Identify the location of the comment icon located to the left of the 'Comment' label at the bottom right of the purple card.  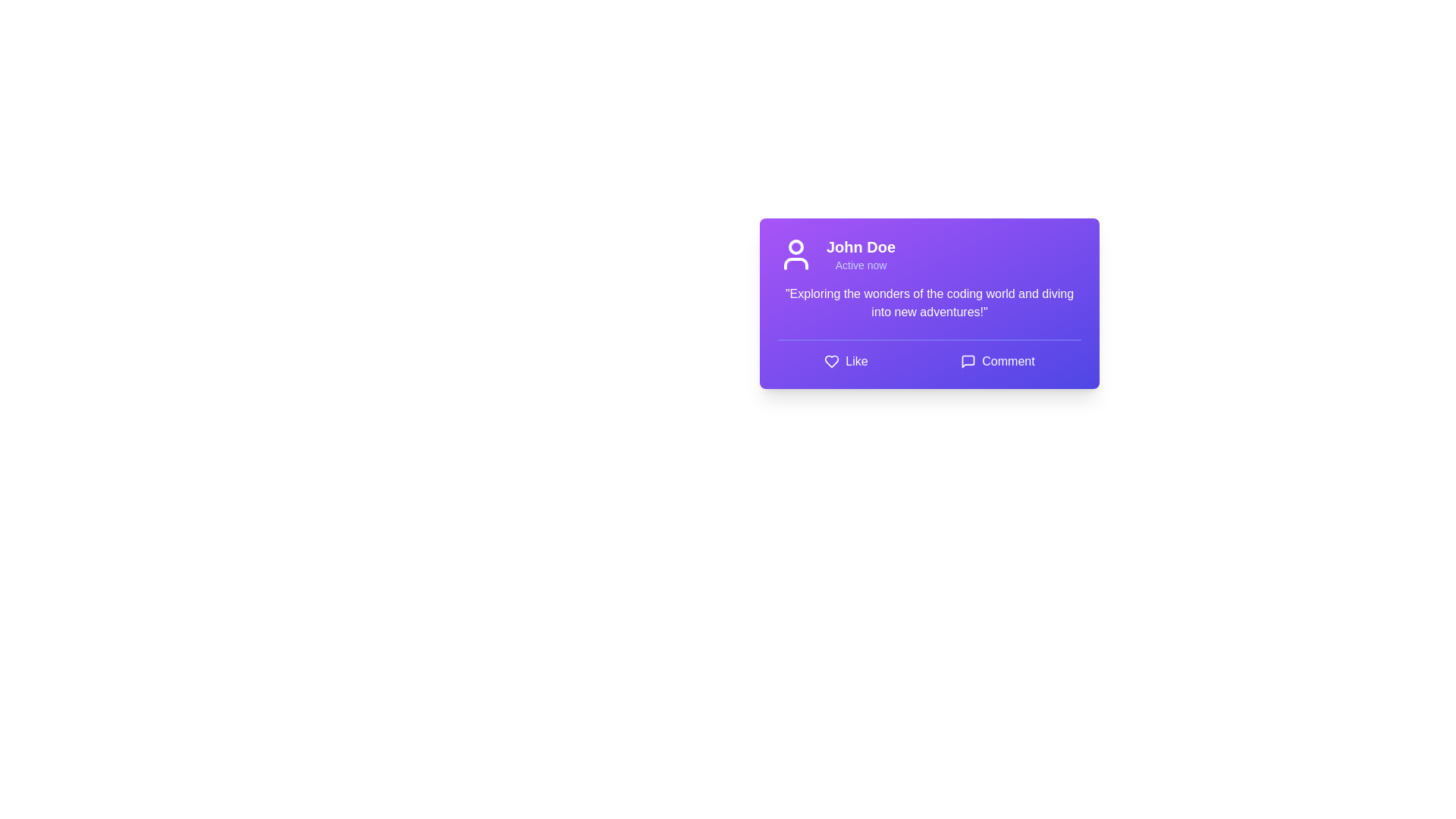
(968, 362).